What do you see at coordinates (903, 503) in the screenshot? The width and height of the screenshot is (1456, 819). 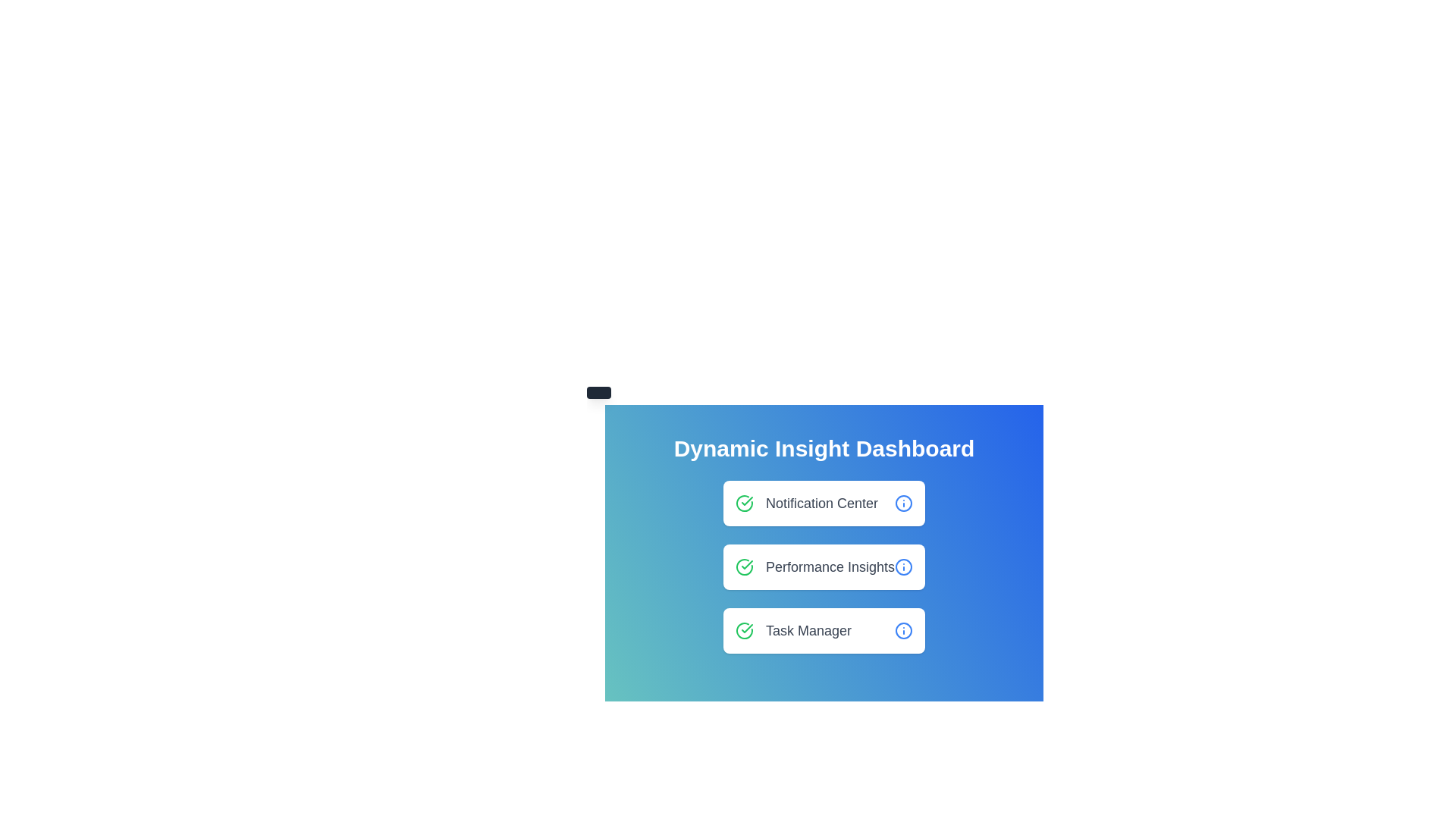 I see `the Circular SVG graphical element with a blue outline and white fill located within the Performance Insights button` at bounding box center [903, 503].